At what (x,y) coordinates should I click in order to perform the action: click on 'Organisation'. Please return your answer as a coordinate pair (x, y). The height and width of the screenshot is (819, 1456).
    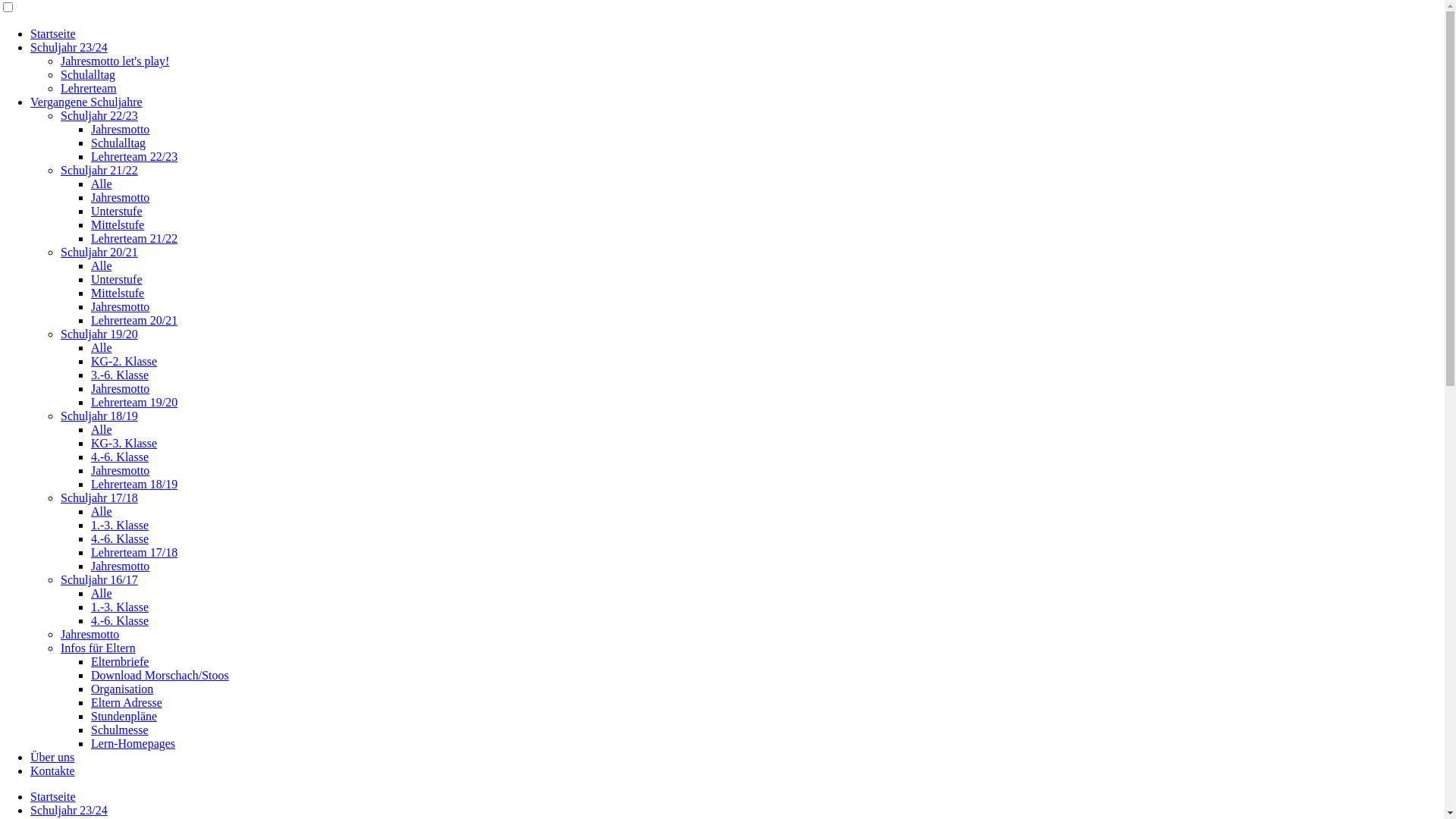
    Looking at the image, I should click on (122, 689).